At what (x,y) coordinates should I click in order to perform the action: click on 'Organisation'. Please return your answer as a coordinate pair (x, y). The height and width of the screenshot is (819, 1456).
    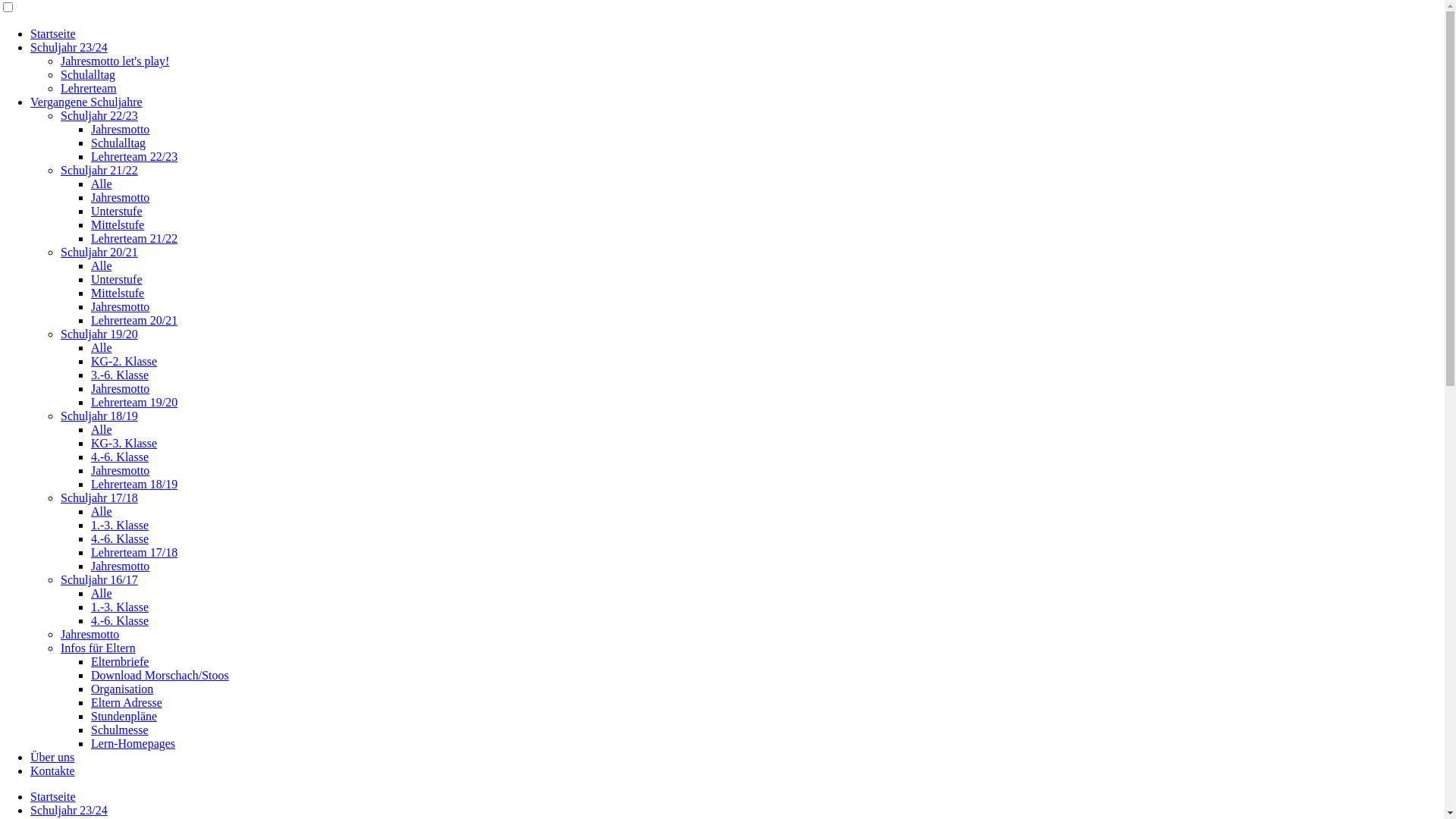
    Looking at the image, I should click on (122, 689).